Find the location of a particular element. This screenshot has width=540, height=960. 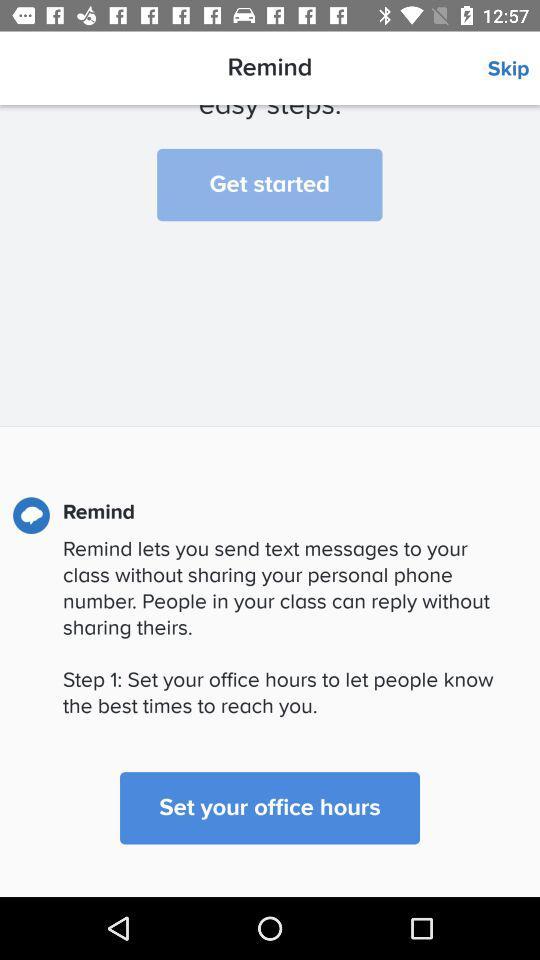

the skip icon is located at coordinates (513, 69).